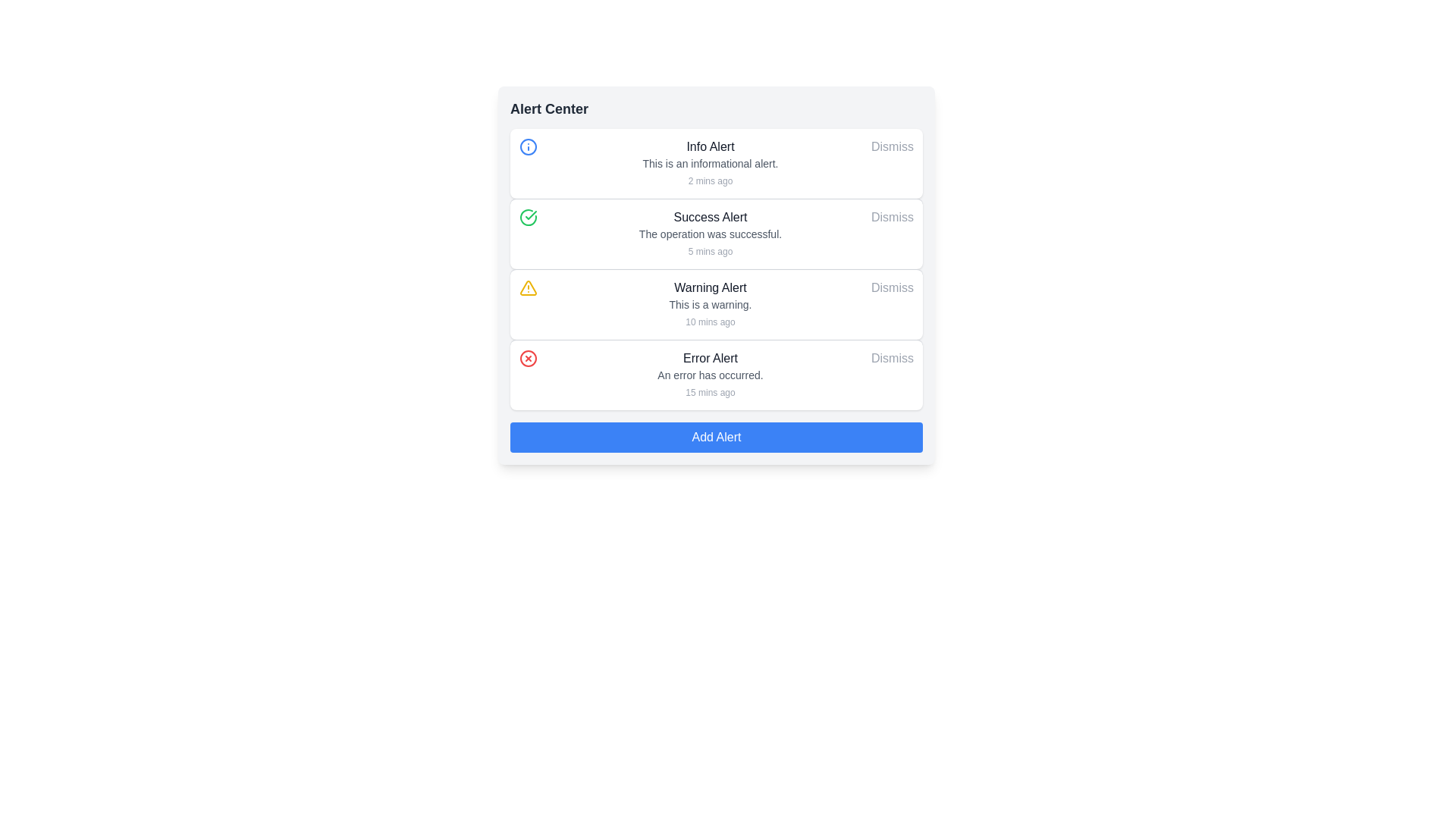  I want to click on the Text Label located in the header area of the interface, which serves as the title or heading for the surrounding section, so click(548, 108).